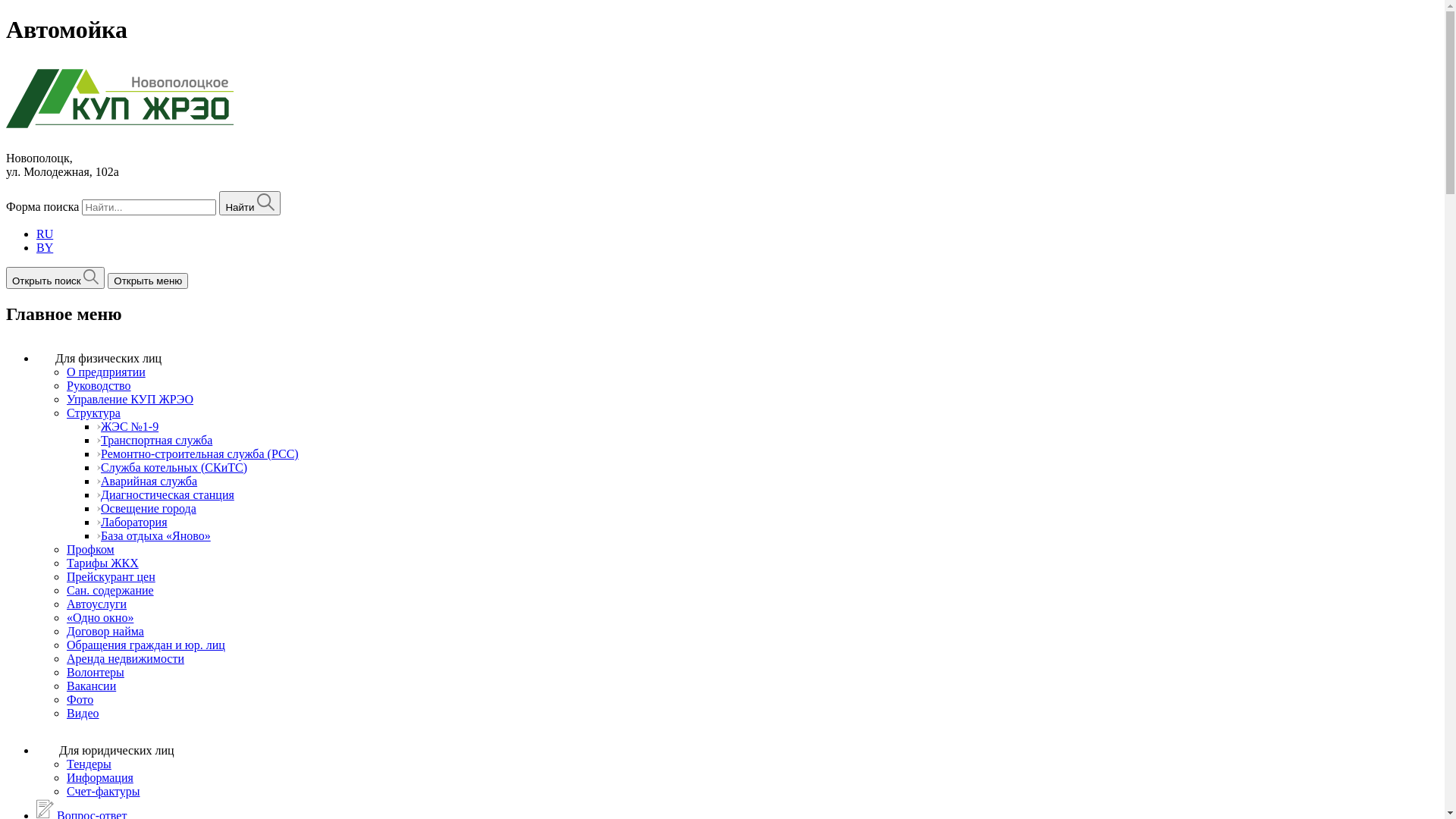 This screenshot has width=1456, height=819. What do you see at coordinates (44, 246) in the screenshot?
I see `'BY'` at bounding box center [44, 246].